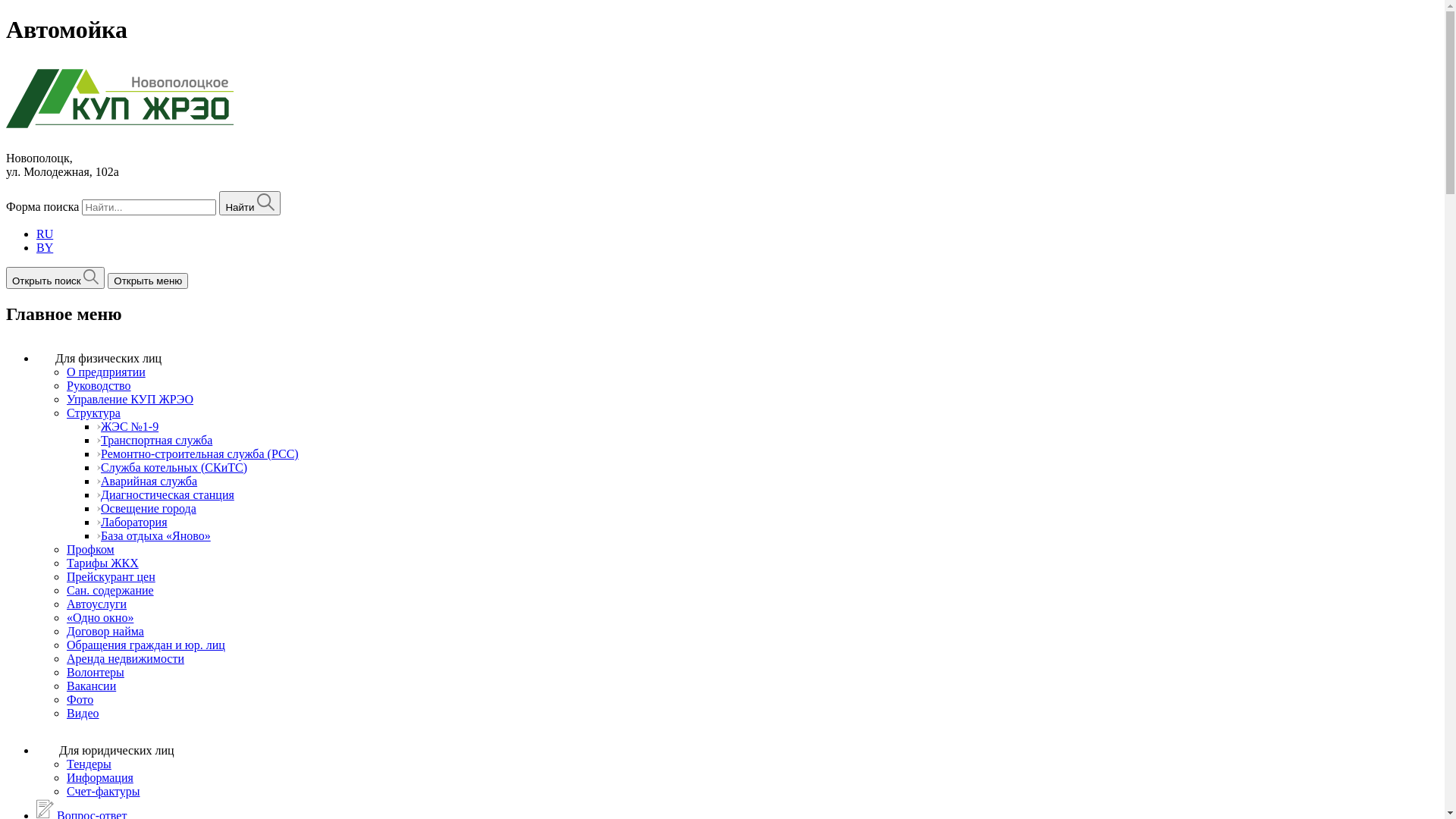 This screenshot has width=1456, height=819. What do you see at coordinates (44, 246) in the screenshot?
I see `'BY'` at bounding box center [44, 246].